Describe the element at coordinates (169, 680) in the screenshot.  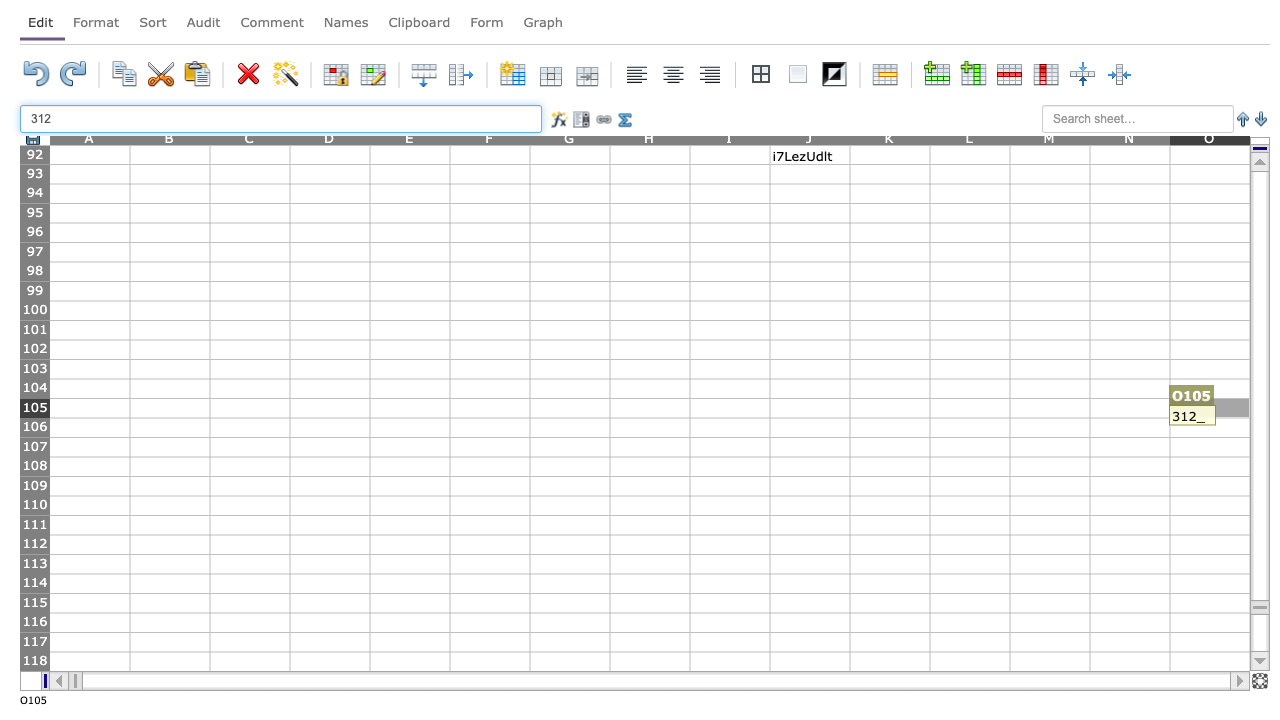
I see `Cell B-119` at that location.